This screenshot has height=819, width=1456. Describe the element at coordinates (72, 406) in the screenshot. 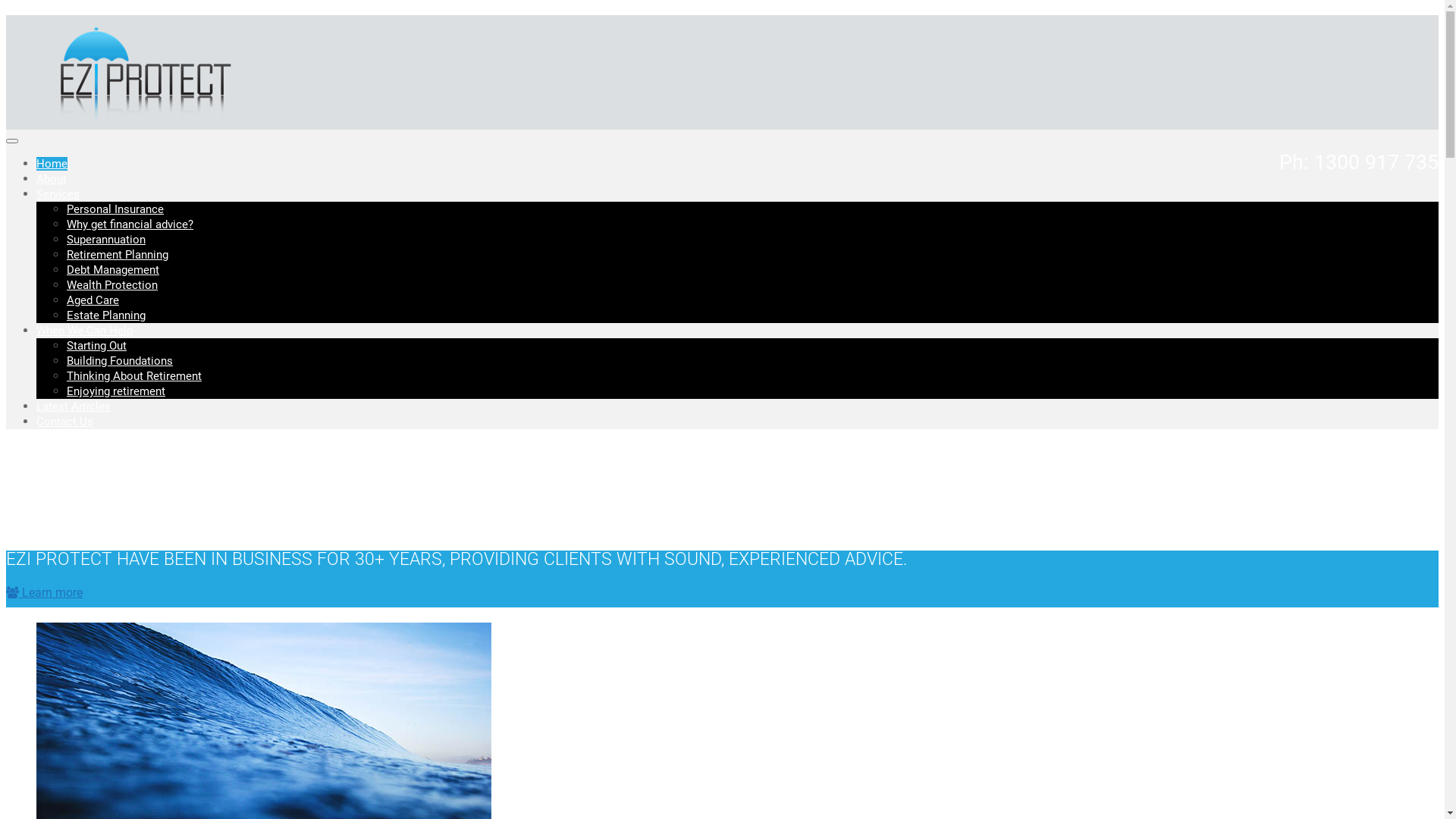

I see `'Latest Articles'` at that location.